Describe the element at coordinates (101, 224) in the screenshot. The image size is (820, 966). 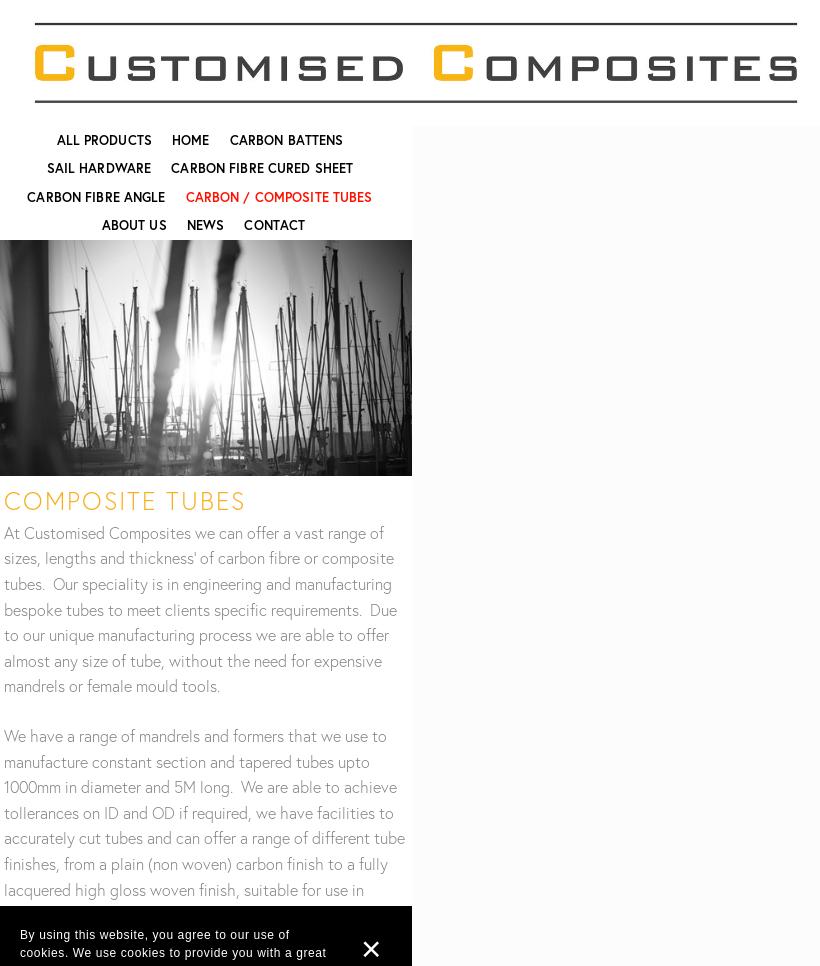
I see `'About Us'` at that location.